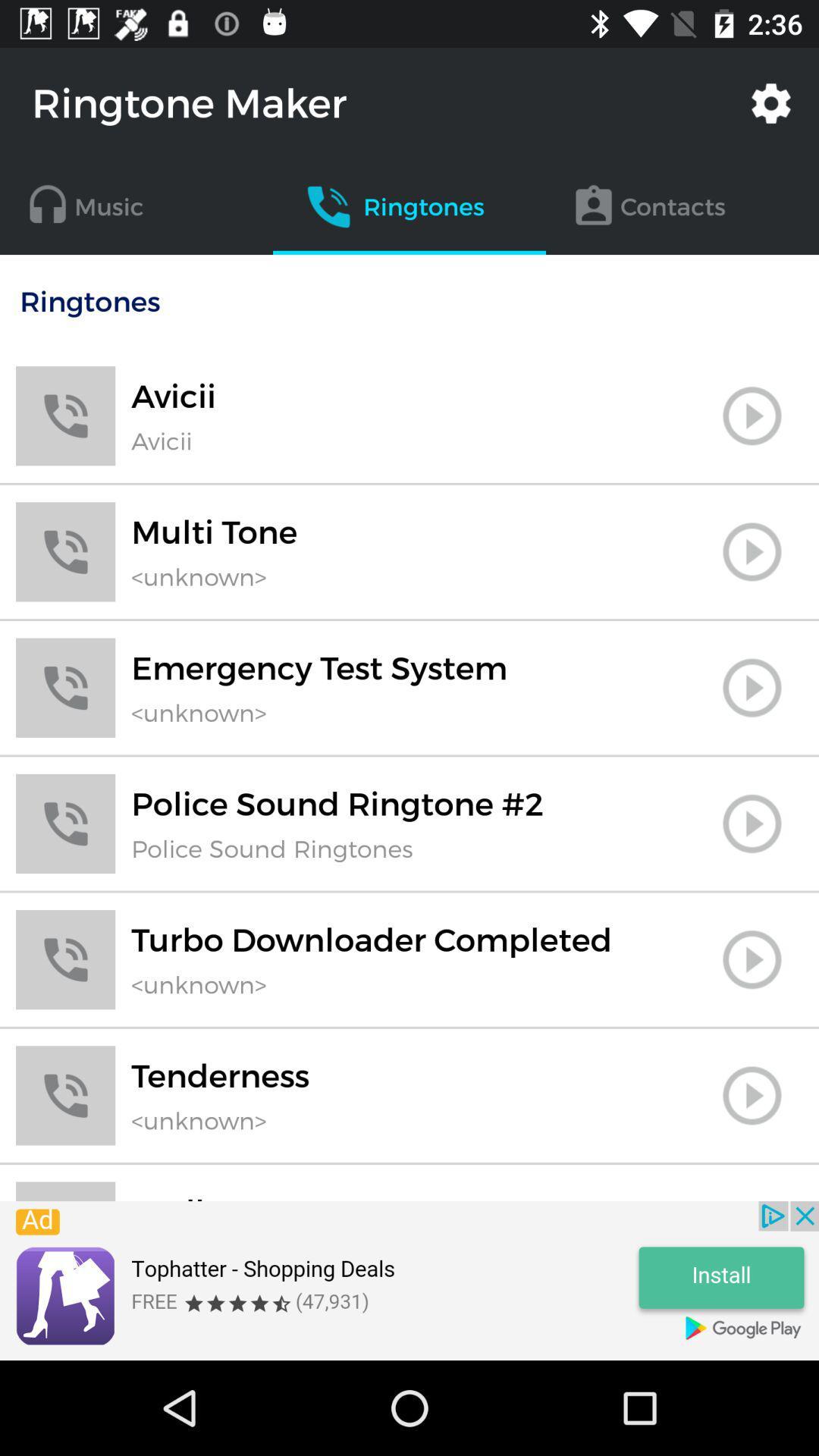 The width and height of the screenshot is (819, 1456). Describe the element at coordinates (752, 959) in the screenshot. I see `any document downloader finished` at that location.